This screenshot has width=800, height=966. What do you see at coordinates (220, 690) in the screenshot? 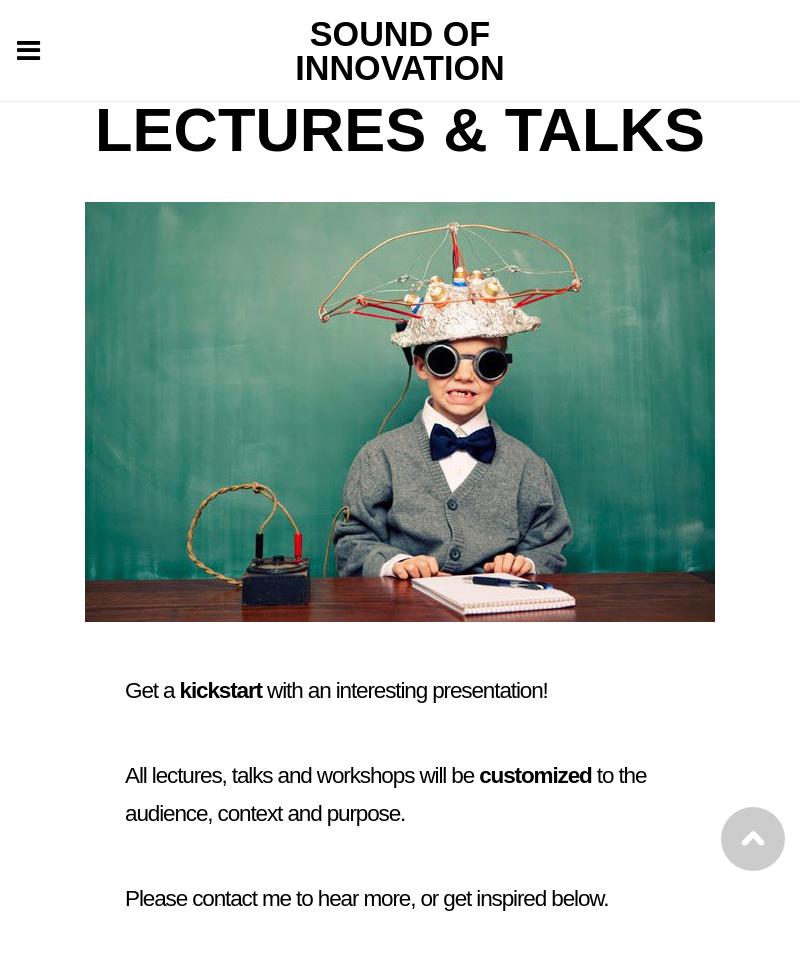
I see `'kickstart'` at bounding box center [220, 690].